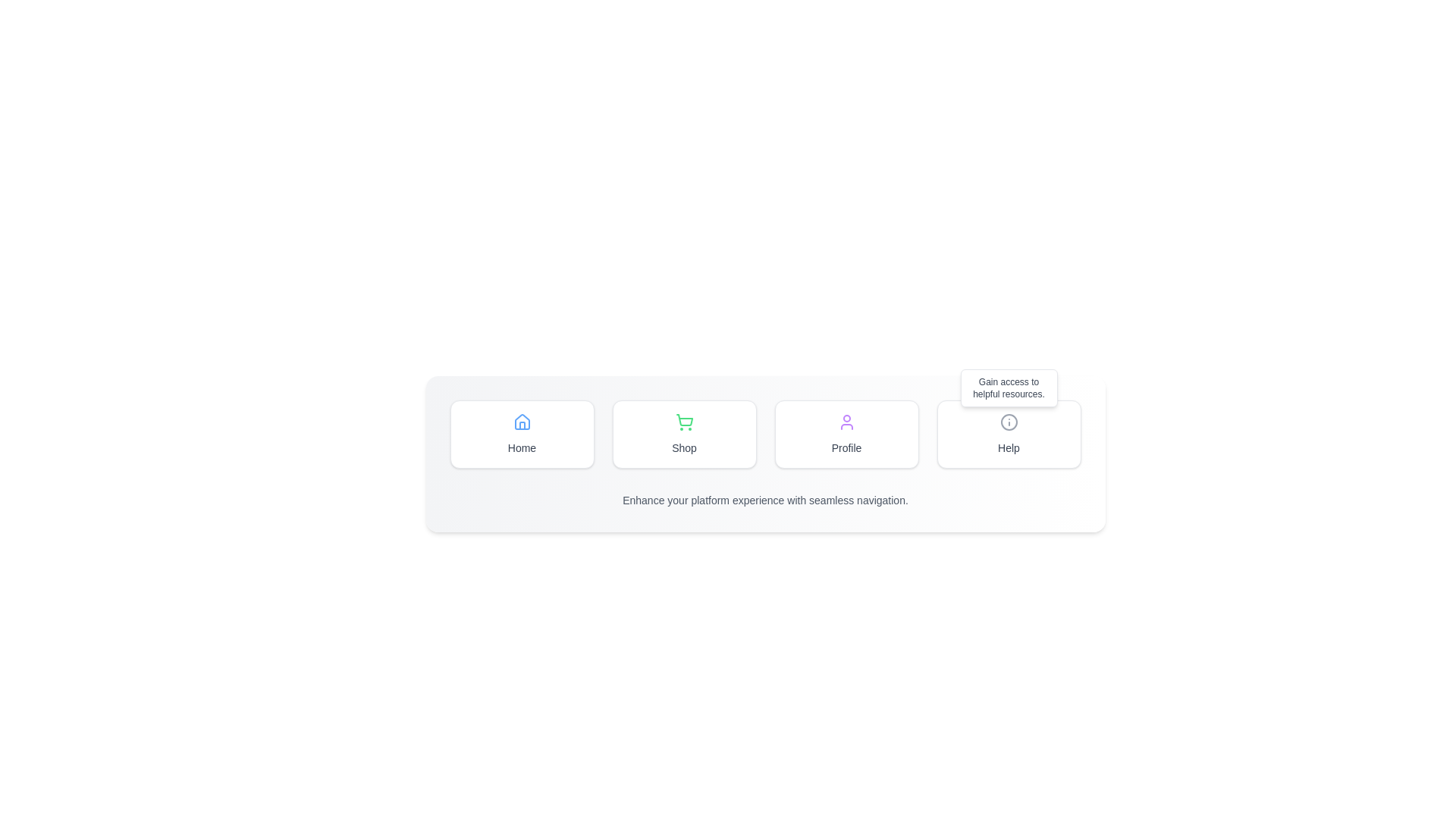  I want to click on the circular 'i' icon in the top-center of the fourth 'Help' card, so click(1009, 422).